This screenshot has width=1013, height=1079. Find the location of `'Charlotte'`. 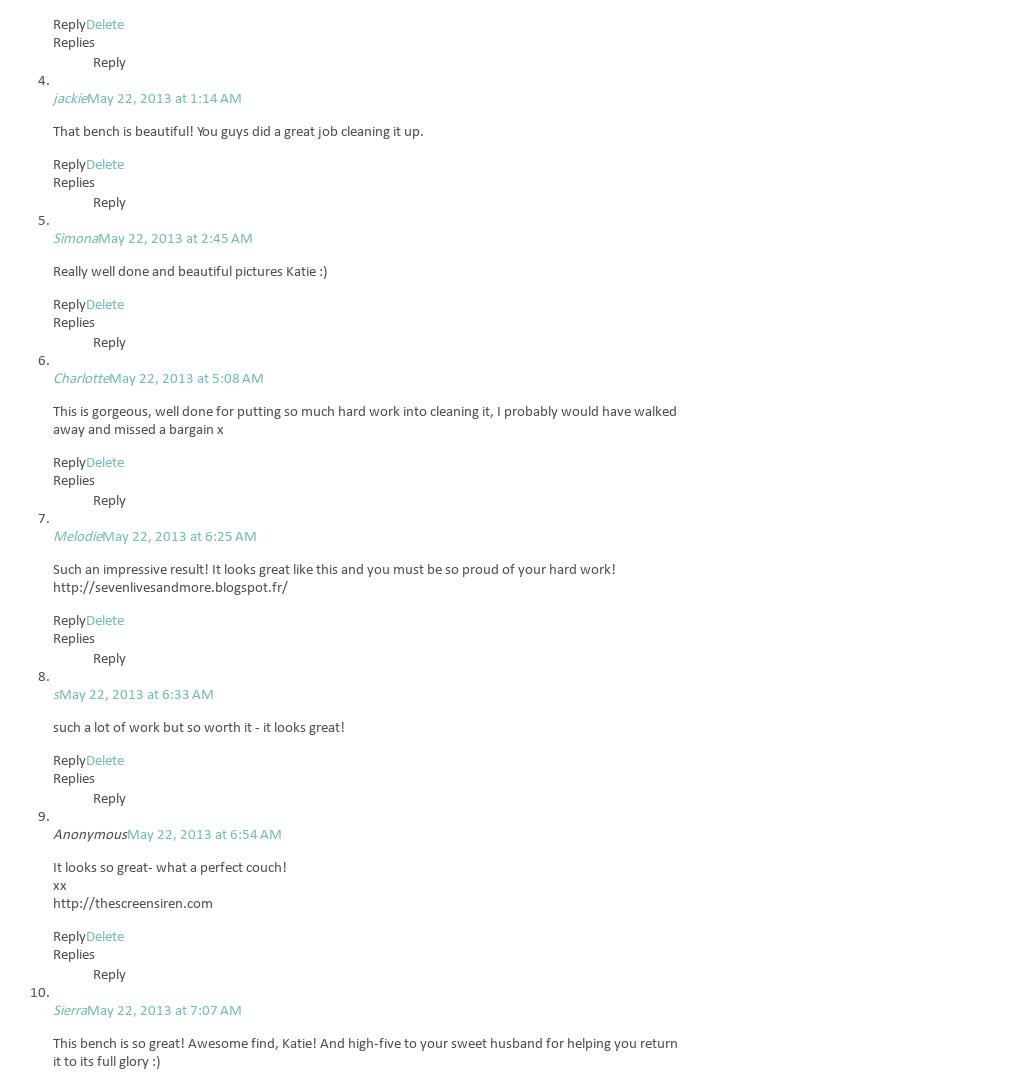

'Charlotte' is located at coordinates (80, 378).